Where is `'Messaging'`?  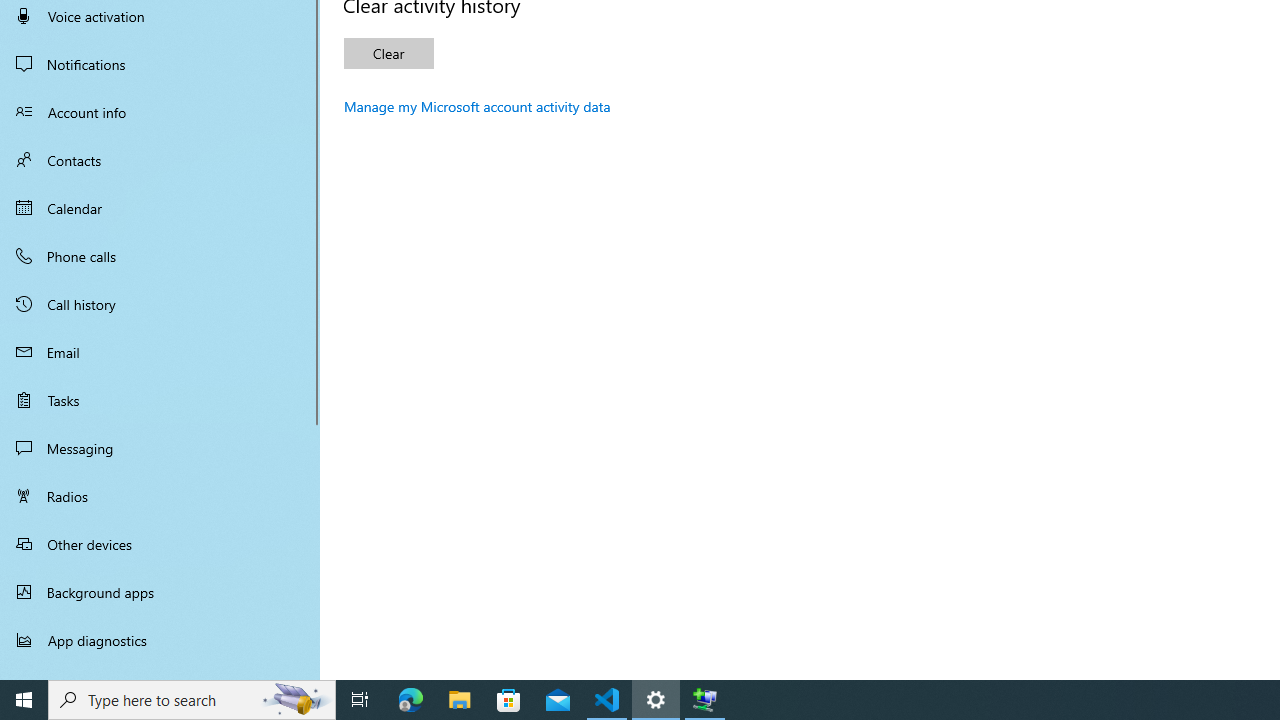 'Messaging' is located at coordinates (160, 447).